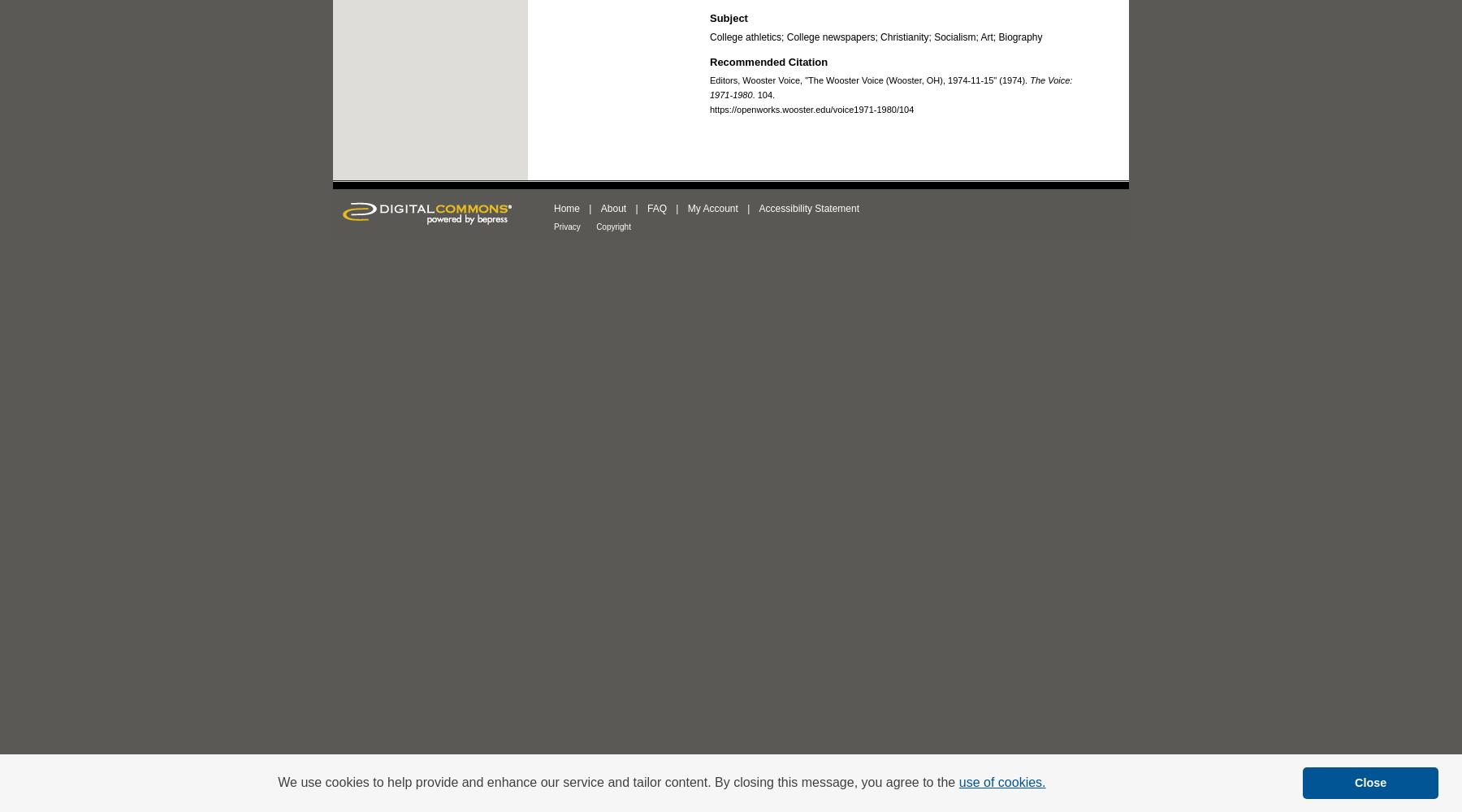 This screenshot has height=812, width=1462. Describe the element at coordinates (807, 209) in the screenshot. I see `'Accessibility Statement'` at that location.